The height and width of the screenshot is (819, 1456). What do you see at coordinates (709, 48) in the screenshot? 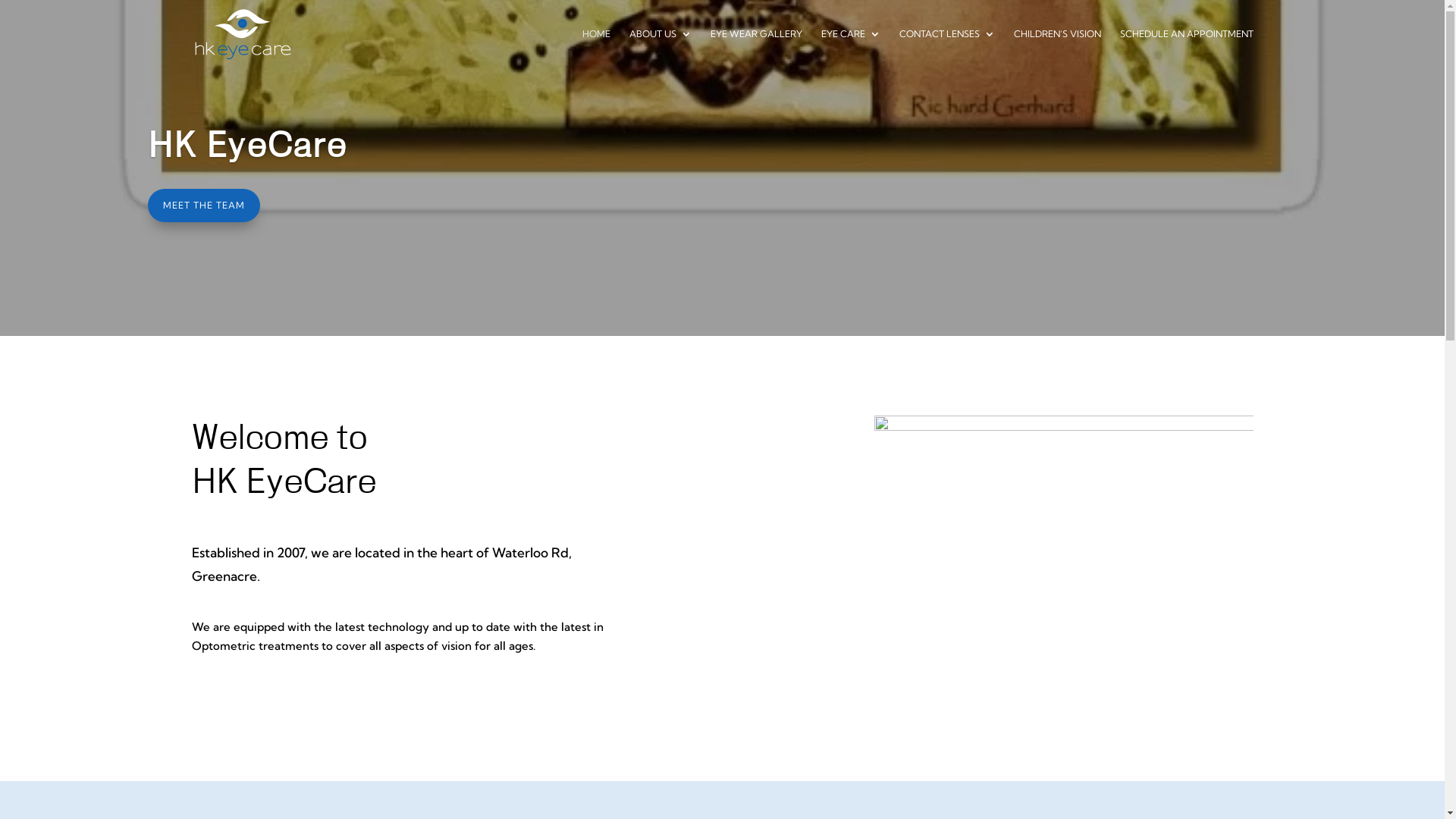
I see `'EYE WEAR GALLERY'` at bounding box center [709, 48].